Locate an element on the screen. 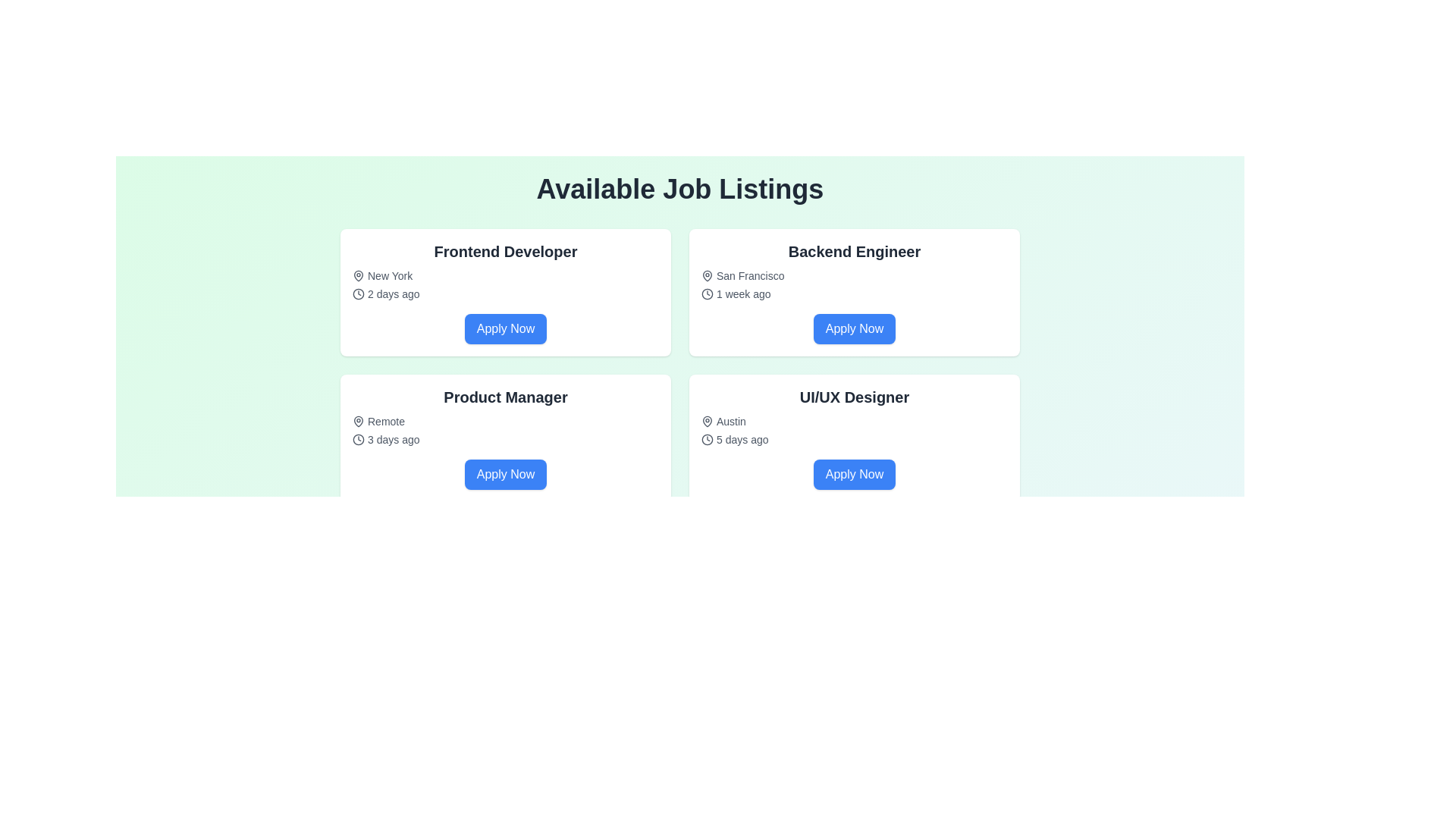 The width and height of the screenshot is (1456, 819). text of the 'Product Manager' label, which is a bold dark gray text that turns blue on hover, located in the bottom-left quadrant of the layout is located at coordinates (506, 397).